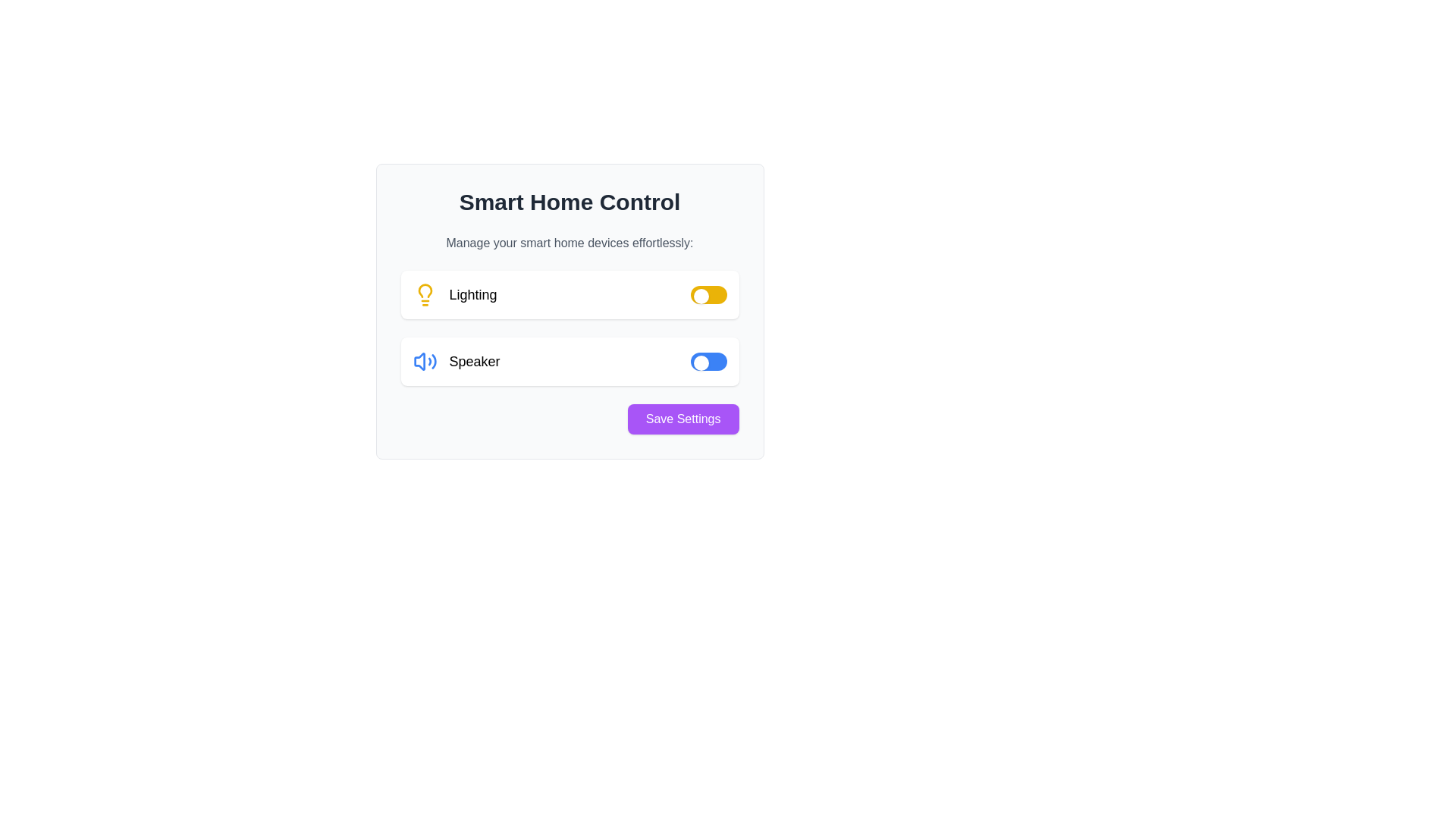 The image size is (1456, 819). What do you see at coordinates (700, 362) in the screenshot?
I see `the draggable knob of the toggle switch labeled 'Speaker'` at bounding box center [700, 362].